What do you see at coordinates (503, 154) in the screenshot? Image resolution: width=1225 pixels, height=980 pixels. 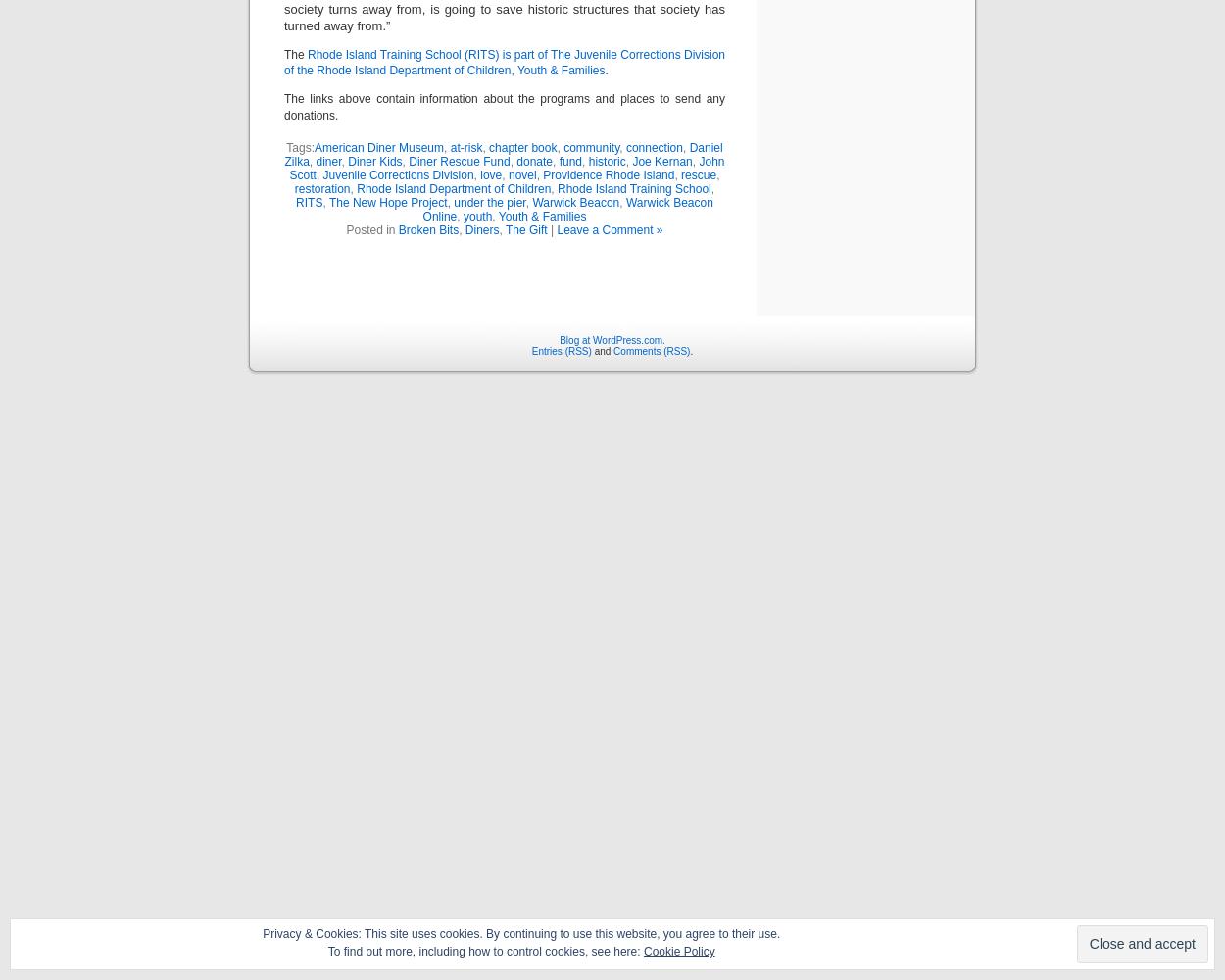 I see `'Daniel Zilka'` at bounding box center [503, 154].